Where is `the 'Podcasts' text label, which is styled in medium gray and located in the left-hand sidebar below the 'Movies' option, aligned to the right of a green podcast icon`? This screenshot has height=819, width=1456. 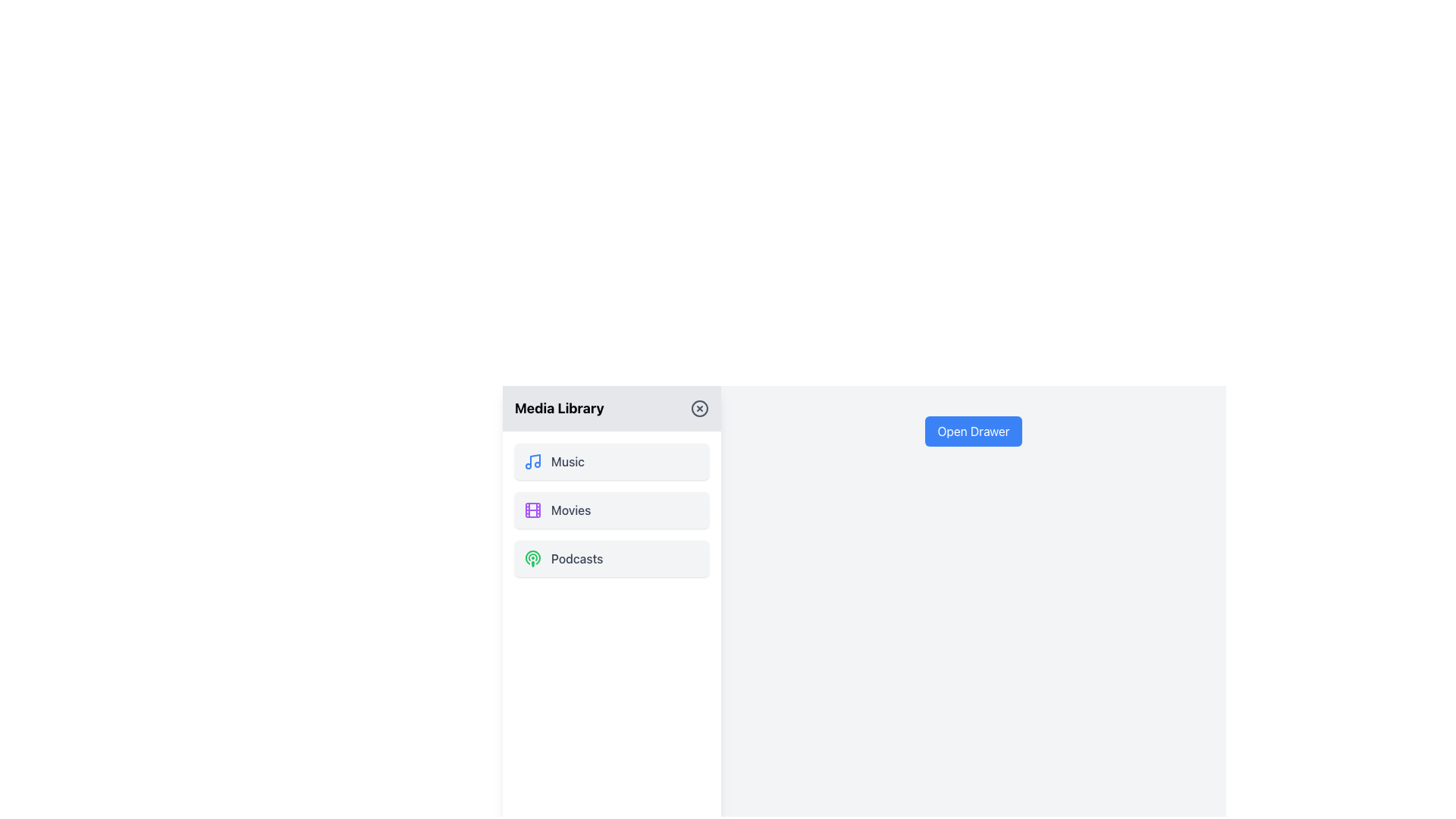 the 'Podcasts' text label, which is styled in medium gray and located in the left-hand sidebar below the 'Movies' option, aligned to the right of a green podcast icon is located at coordinates (576, 558).